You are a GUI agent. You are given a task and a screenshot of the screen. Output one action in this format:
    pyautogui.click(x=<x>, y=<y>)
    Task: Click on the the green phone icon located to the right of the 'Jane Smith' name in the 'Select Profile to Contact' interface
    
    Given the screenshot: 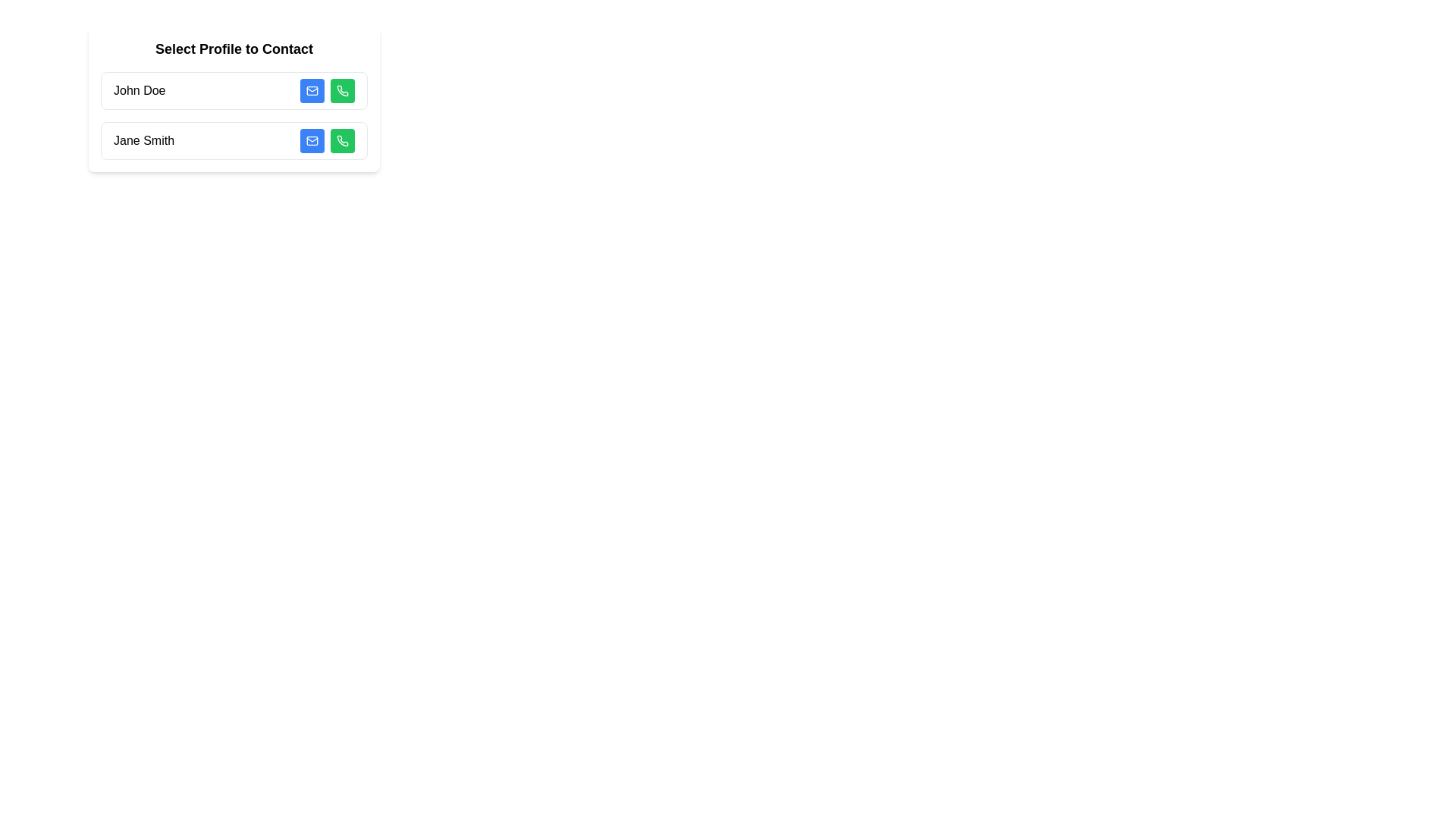 What is the action you would take?
    pyautogui.click(x=341, y=90)
    